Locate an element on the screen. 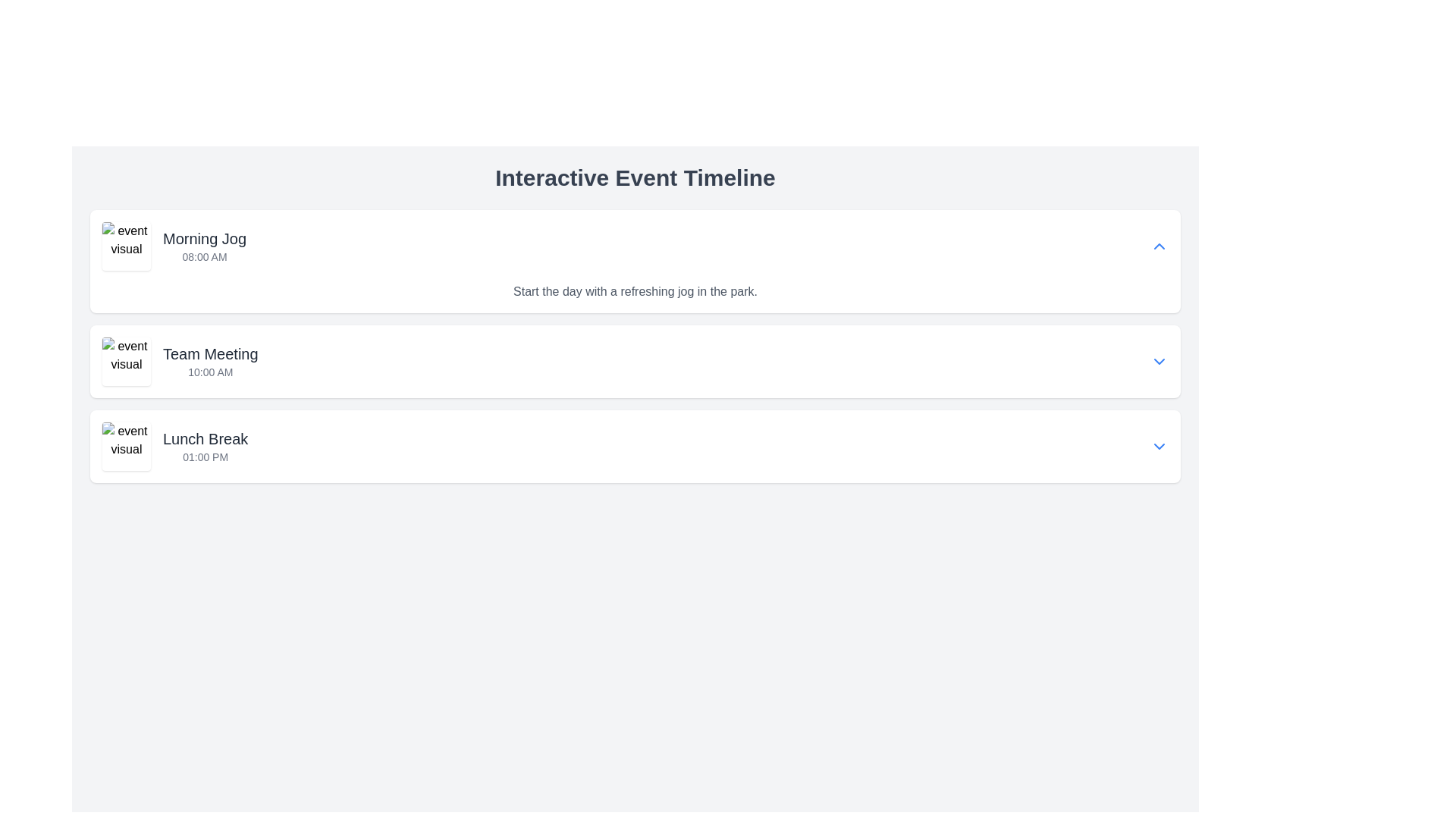 Image resolution: width=1456 pixels, height=819 pixels. the 'Team Meeting' element in the timeline for accessibility purposes is located at coordinates (209, 362).